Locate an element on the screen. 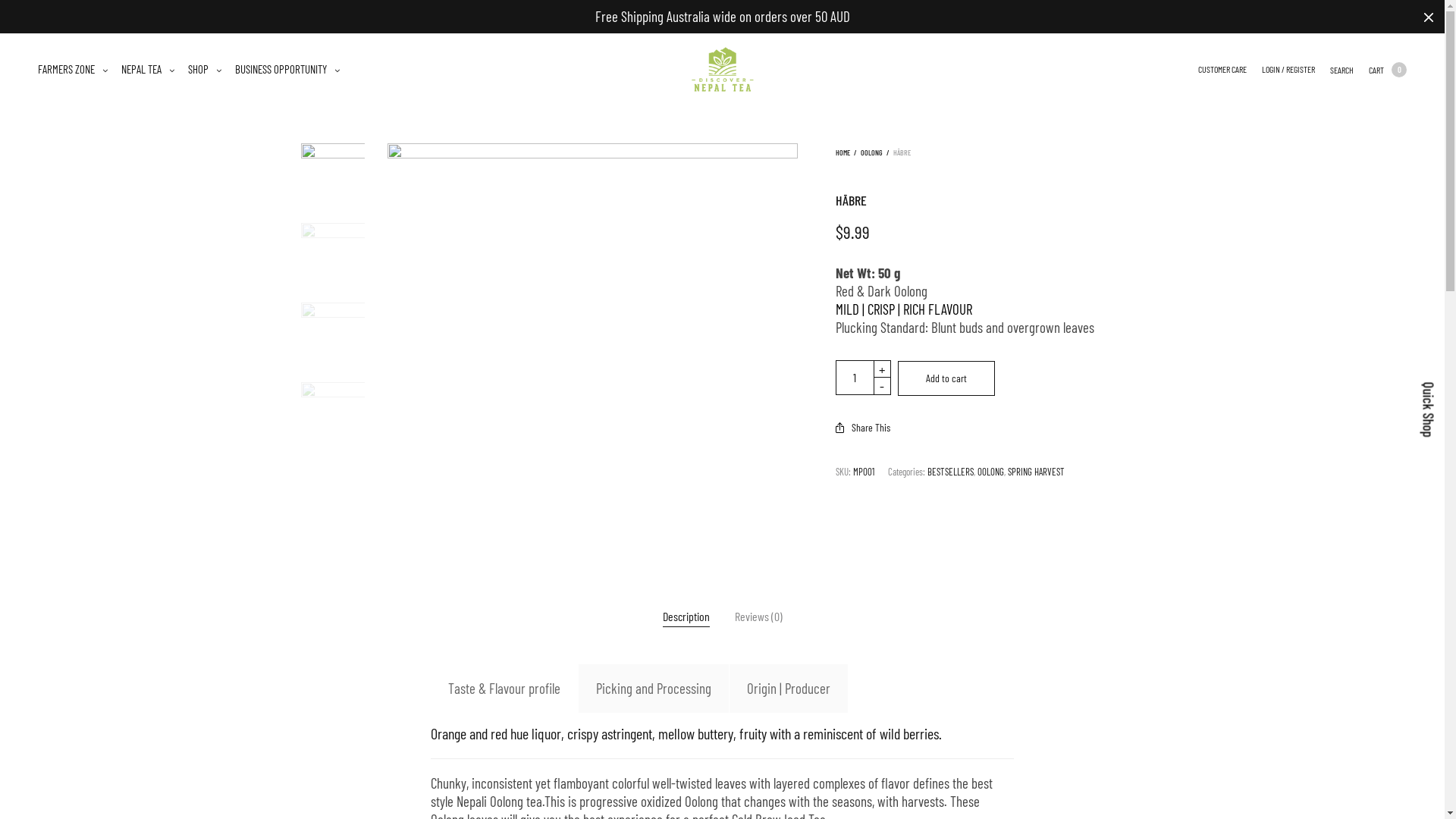 Image resolution: width=1456 pixels, height=819 pixels. 'darkooloong_nepaltea' is located at coordinates (591, 348).